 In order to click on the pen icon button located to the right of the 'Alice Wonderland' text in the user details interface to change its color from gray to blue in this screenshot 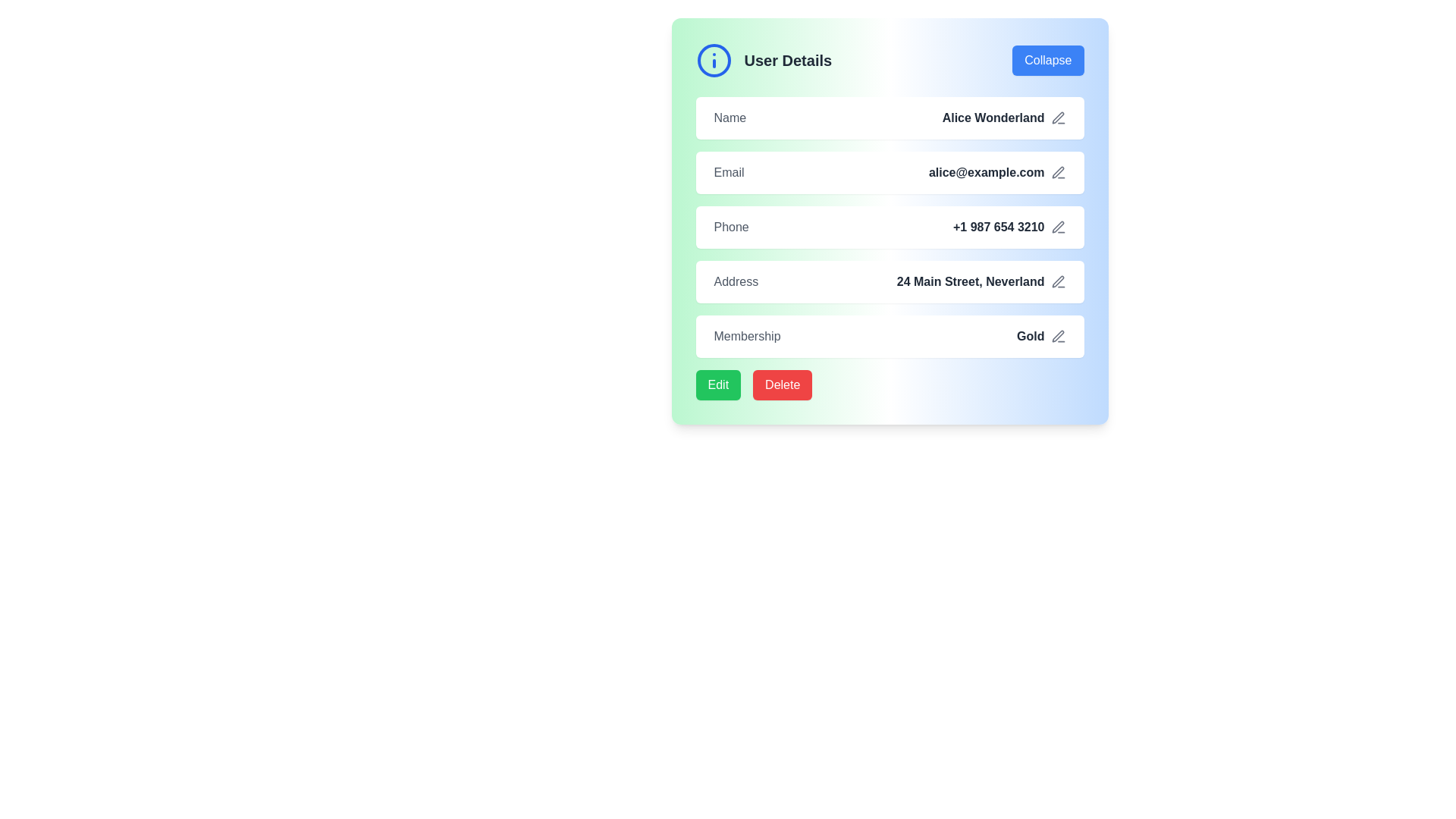, I will do `click(1057, 117)`.